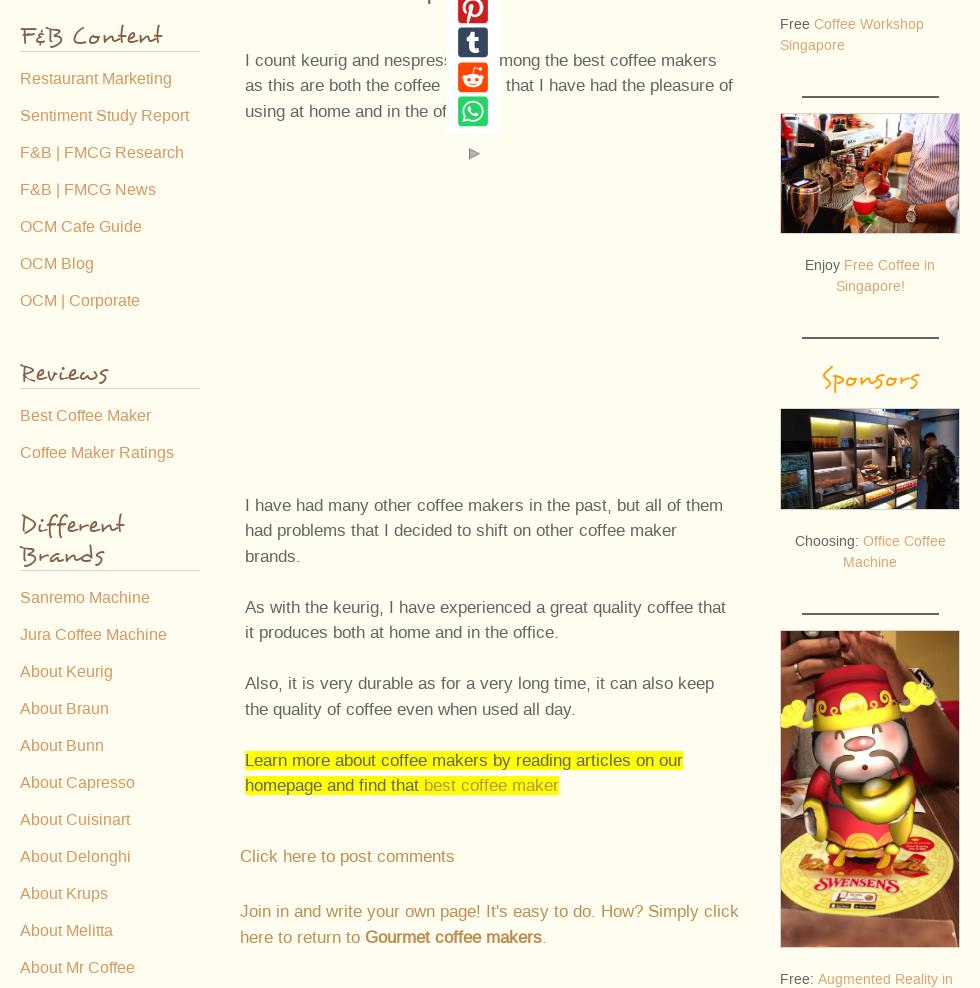 This screenshot has height=988, width=980. What do you see at coordinates (62, 893) in the screenshot?
I see `'About Krups'` at bounding box center [62, 893].